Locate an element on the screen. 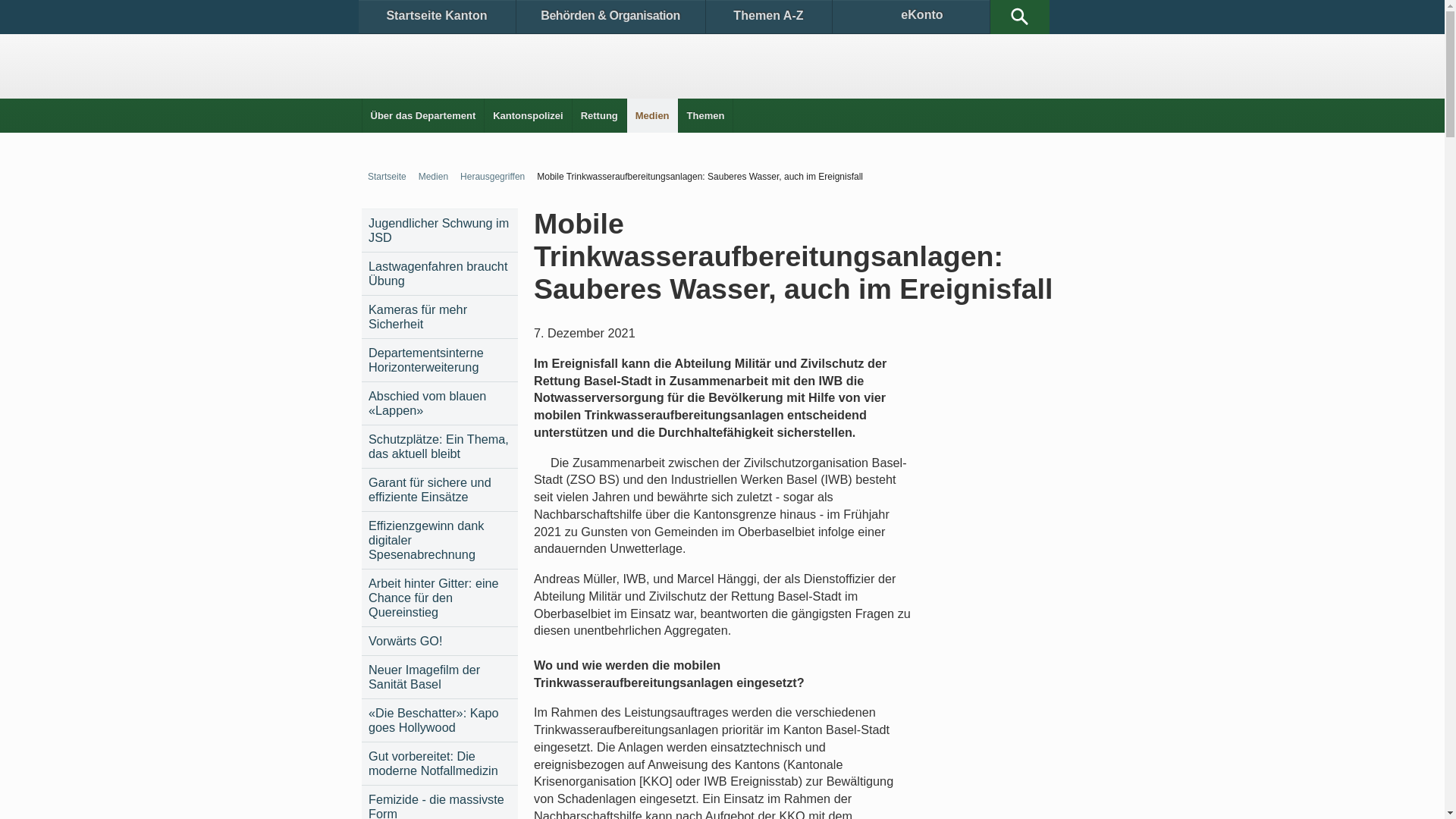 This screenshot has width=1456, height=819. 'Medien' is located at coordinates (429, 175).